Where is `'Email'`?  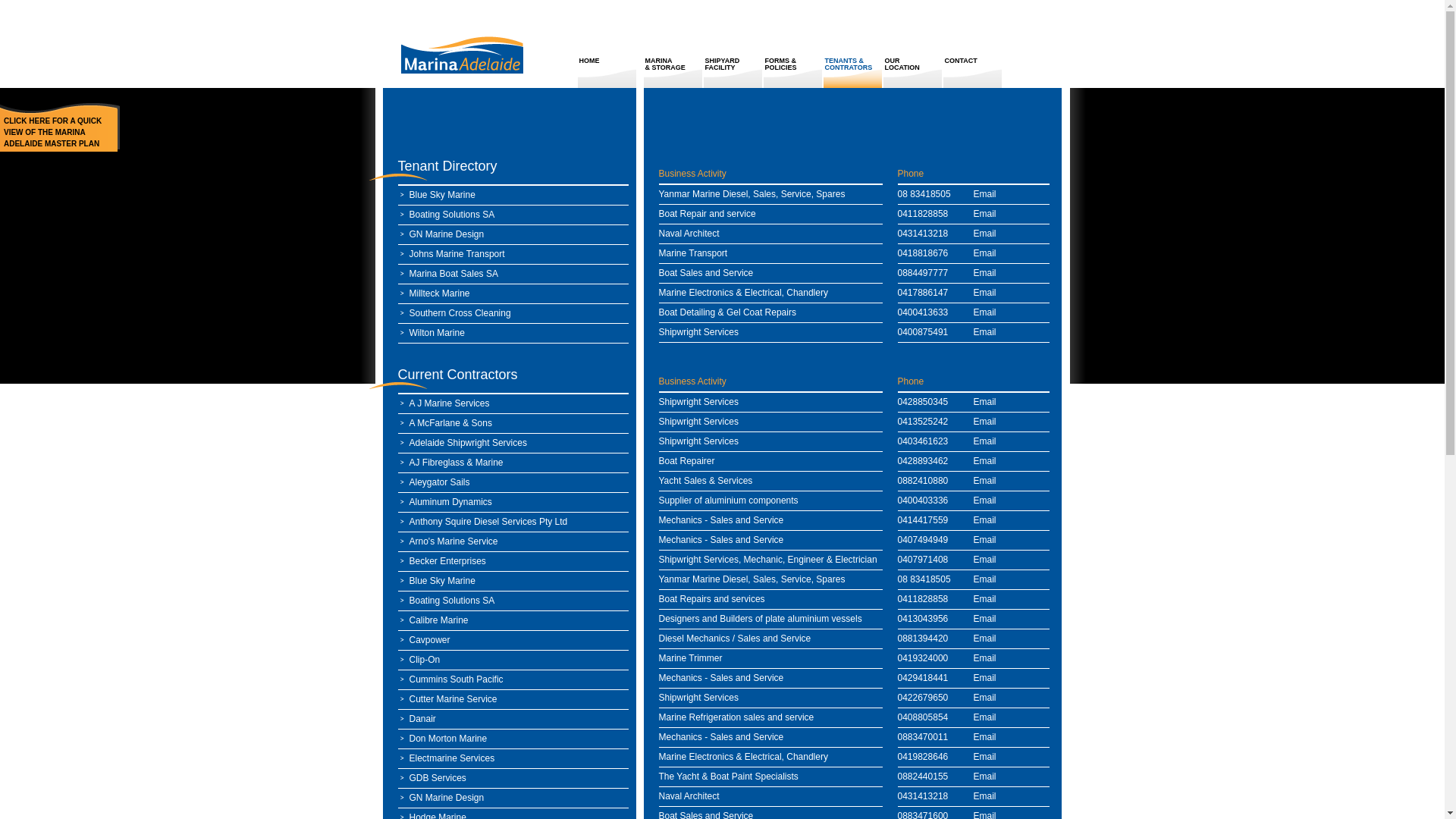 'Email' is located at coordinates (985, 757).